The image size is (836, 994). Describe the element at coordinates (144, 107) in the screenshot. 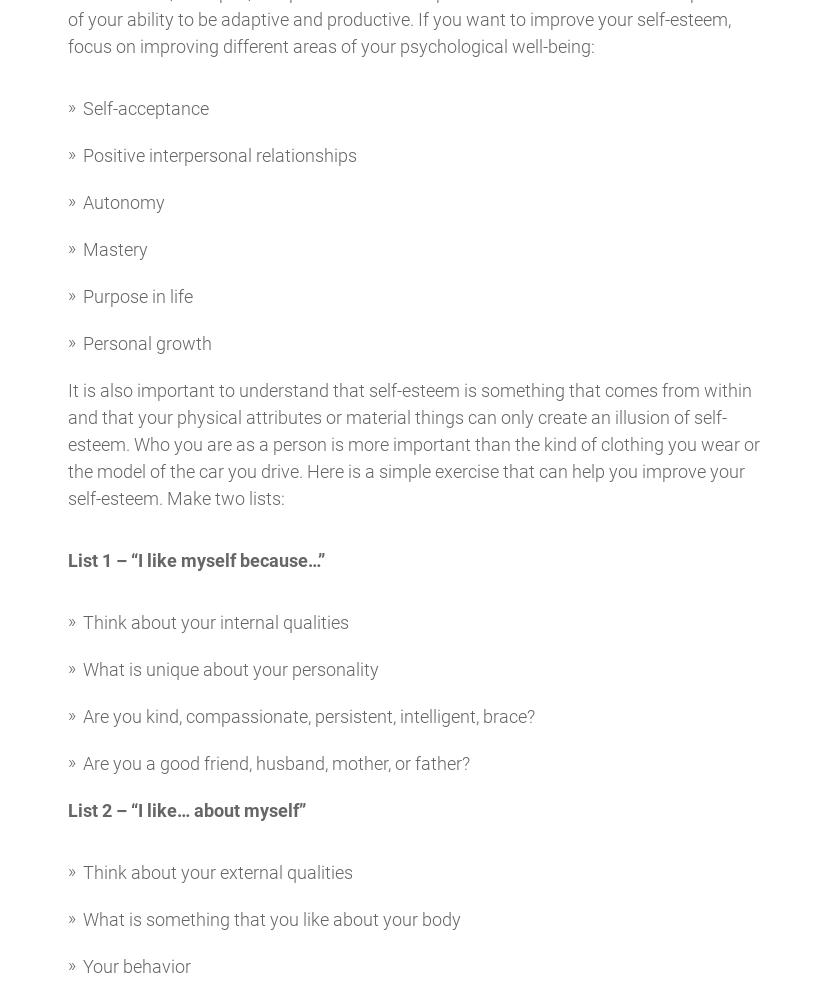

I see `'Self-acceptance'` at that location.